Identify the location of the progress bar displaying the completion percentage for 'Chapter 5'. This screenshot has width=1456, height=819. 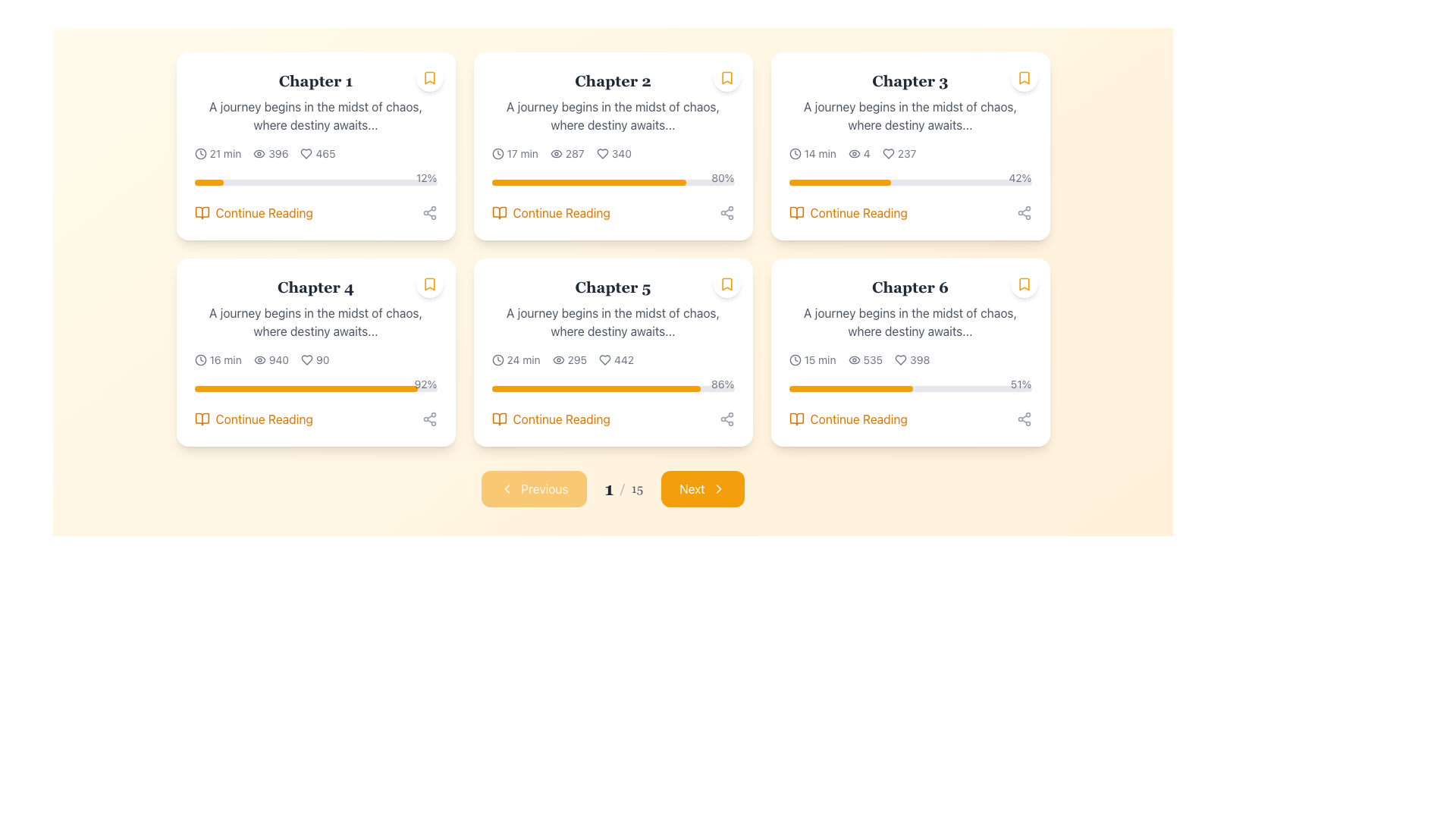
(613, 385).